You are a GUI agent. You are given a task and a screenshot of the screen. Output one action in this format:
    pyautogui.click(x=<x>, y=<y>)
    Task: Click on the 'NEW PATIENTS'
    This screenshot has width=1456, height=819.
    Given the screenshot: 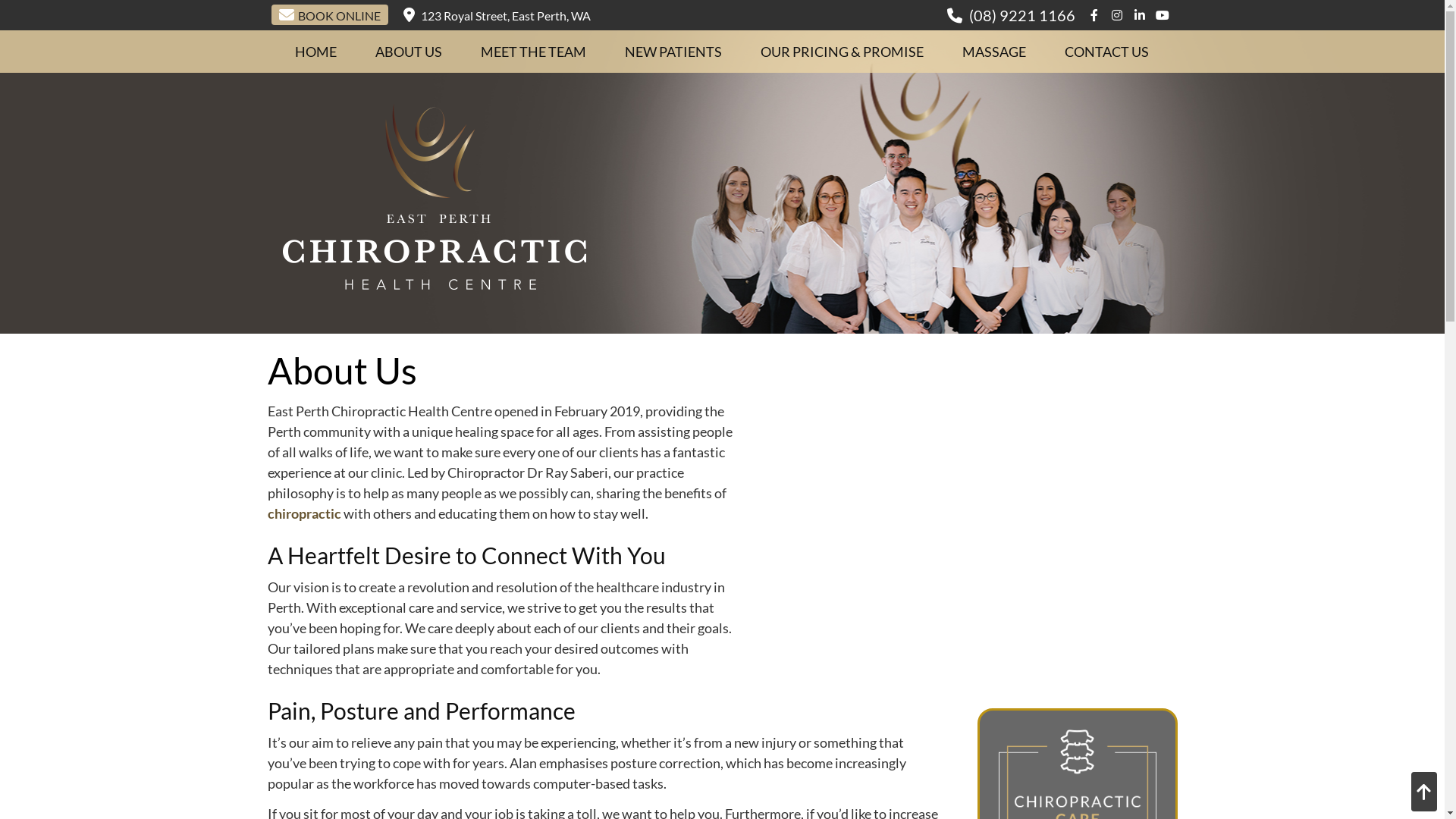 What is the action you would take?
    pyautogui.click(x=673, y=51)
    